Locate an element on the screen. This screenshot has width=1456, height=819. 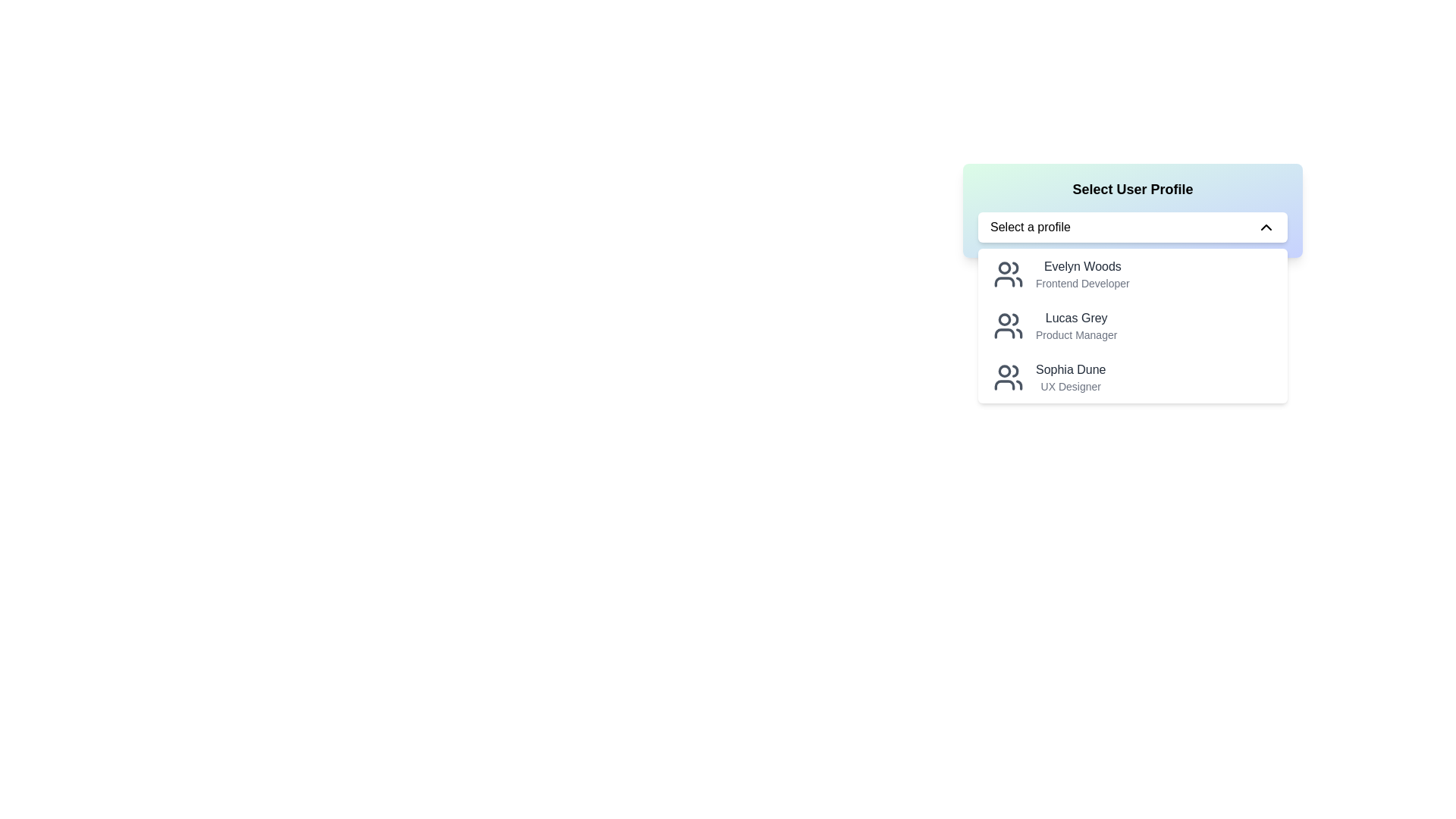
the second item in the dropdown list labeled 'Lucas Grey - Product Manager' is located at coordinates (1132, 325).